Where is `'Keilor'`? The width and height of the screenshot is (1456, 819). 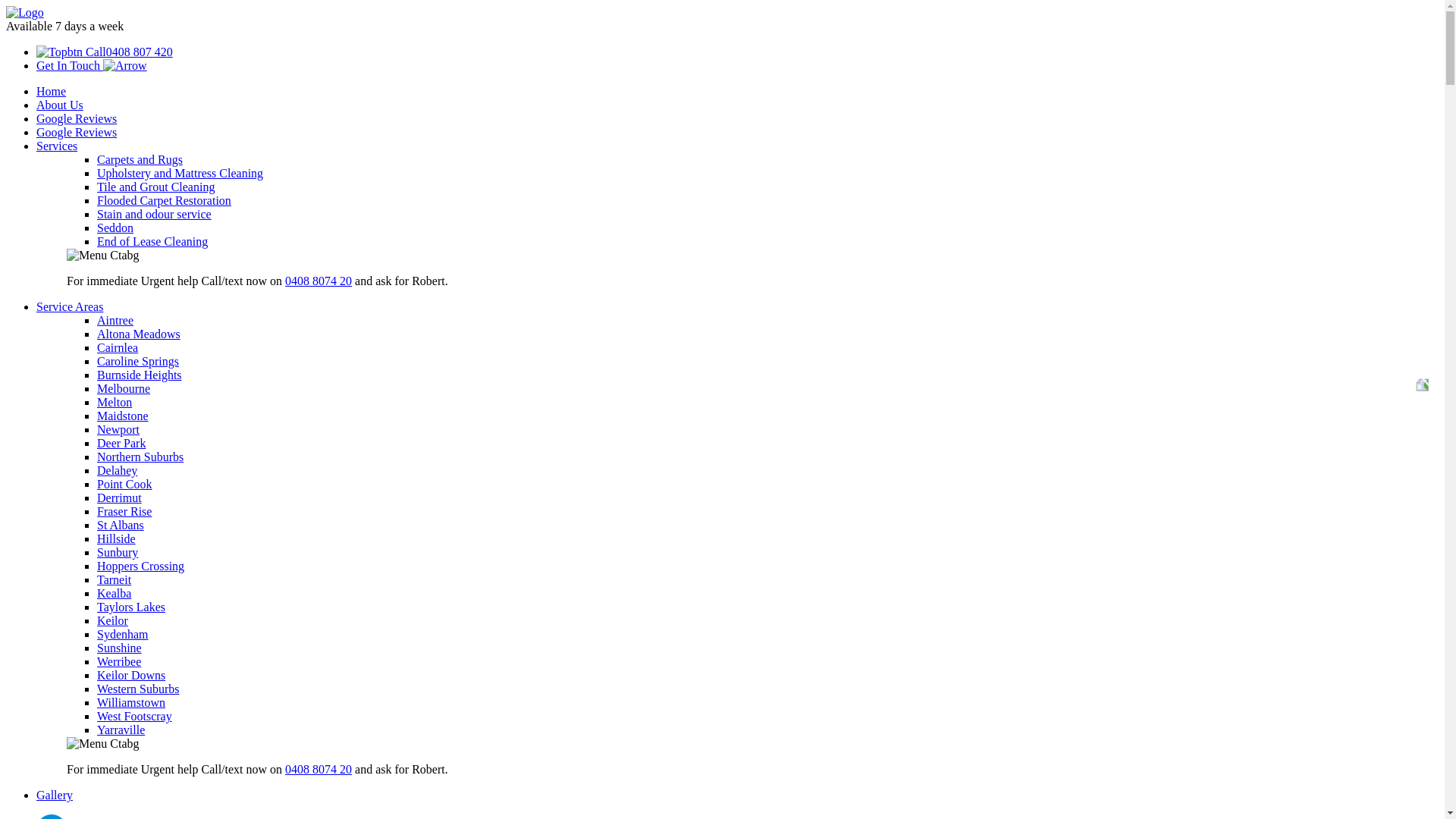
'Keilor' is located at coordinates (96, 620).